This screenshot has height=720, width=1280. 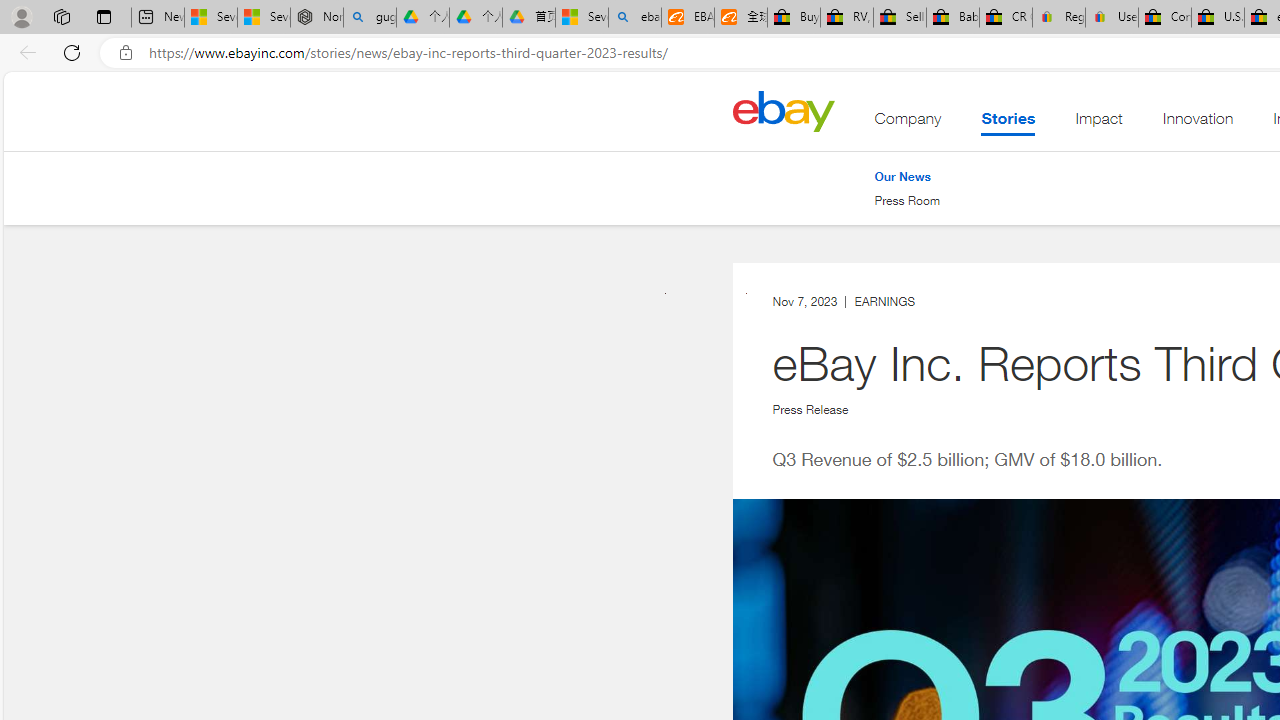 What do you see at coordinates (793, 17) in the screenshot?
I see `'Buy Auto Parts & Accessories | eBay'` at bounding box center [793, 17].